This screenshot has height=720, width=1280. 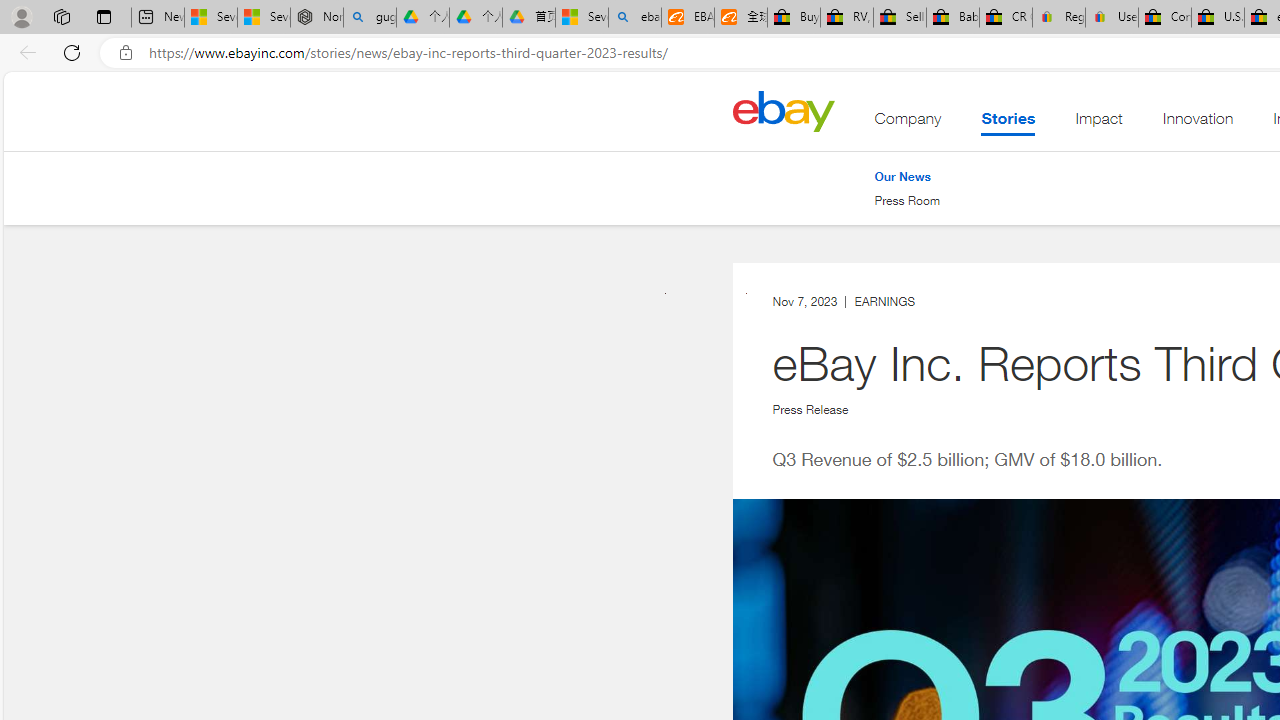 What do you see at coordinates (793, 17) in the screenshot?
I see `'Buy Auto Parts & Accessories | eBay'` at bounding box center [793, 17].